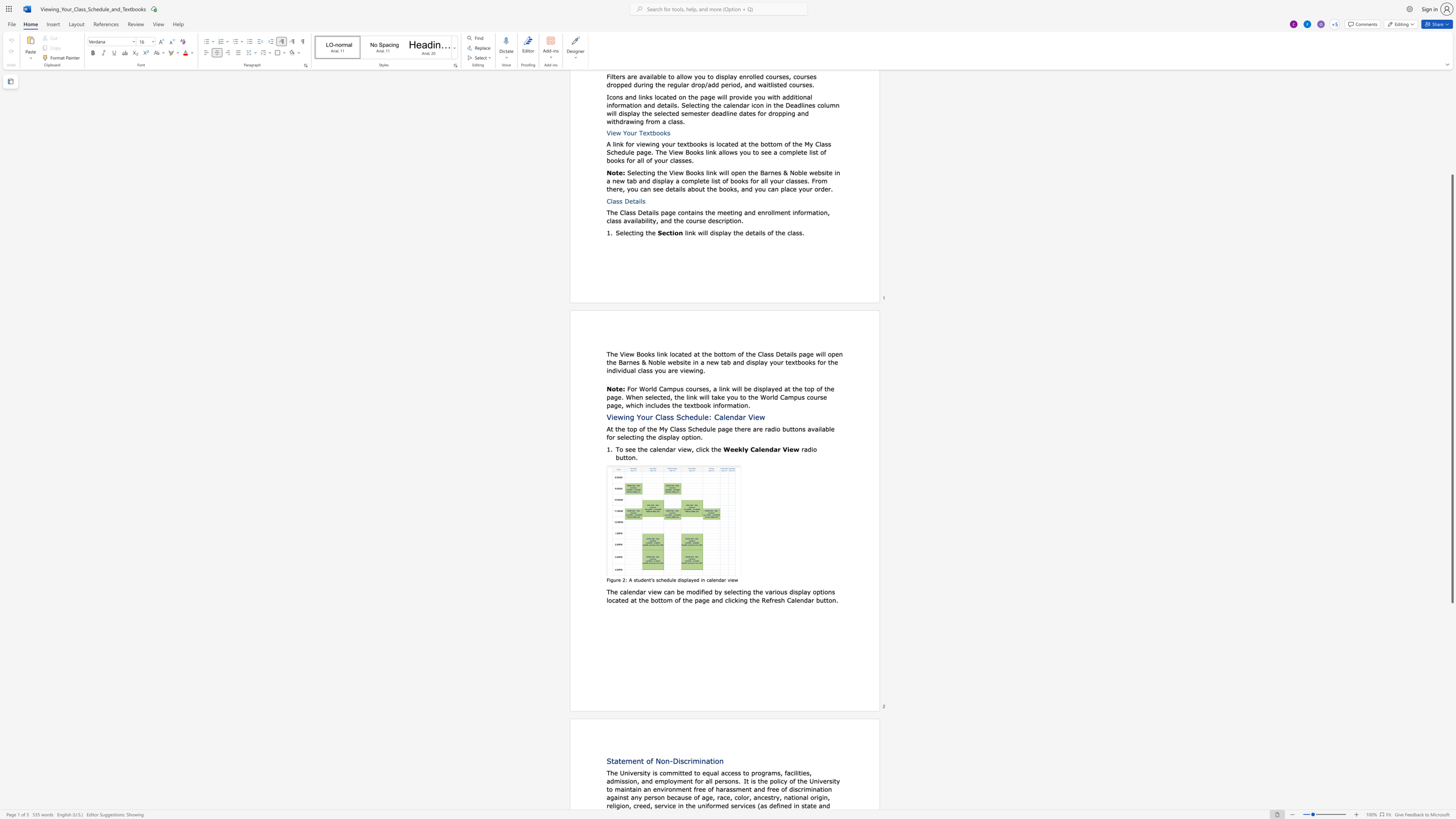 The height and width of the screenshot is (819, 1456). I want to click on the scrollbar to scroll upward, so click(1451, 109).